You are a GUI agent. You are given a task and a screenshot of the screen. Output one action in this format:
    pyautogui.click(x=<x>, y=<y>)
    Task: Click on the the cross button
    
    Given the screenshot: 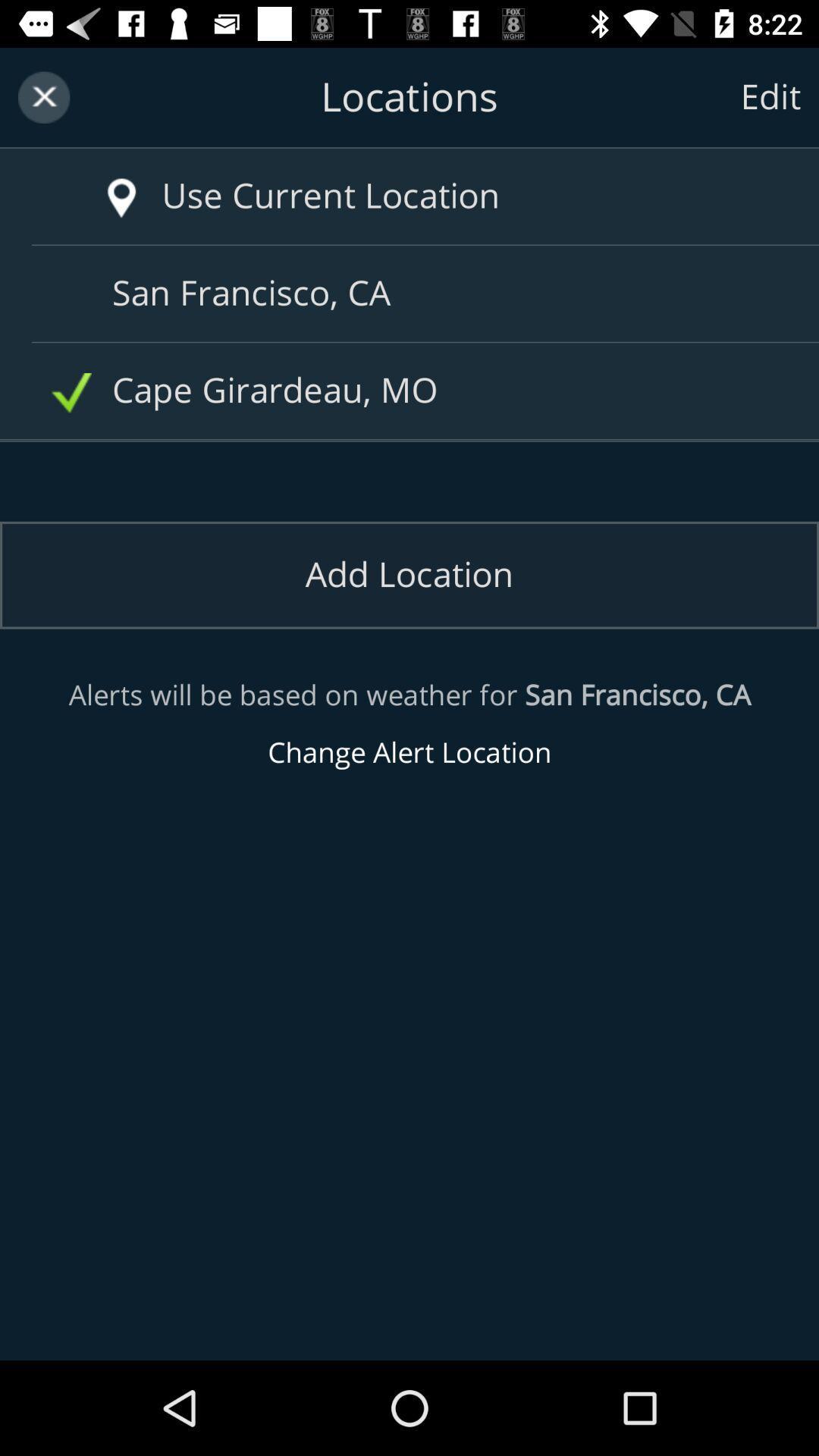 What is the action you would take?
    pyautogui.click(x=42, y=97)
    